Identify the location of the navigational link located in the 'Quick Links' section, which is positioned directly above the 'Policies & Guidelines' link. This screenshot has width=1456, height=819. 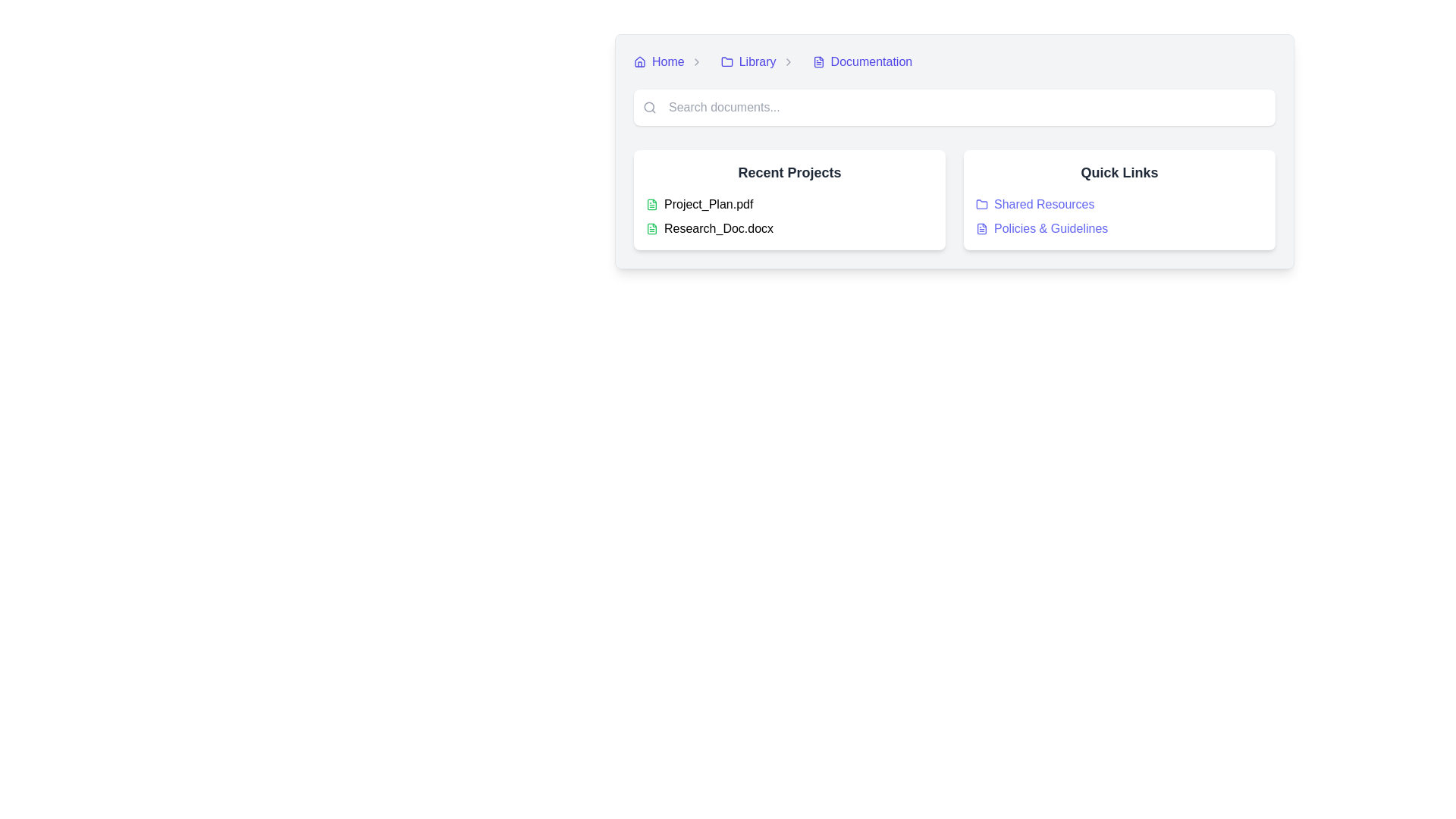
(1119, 205).